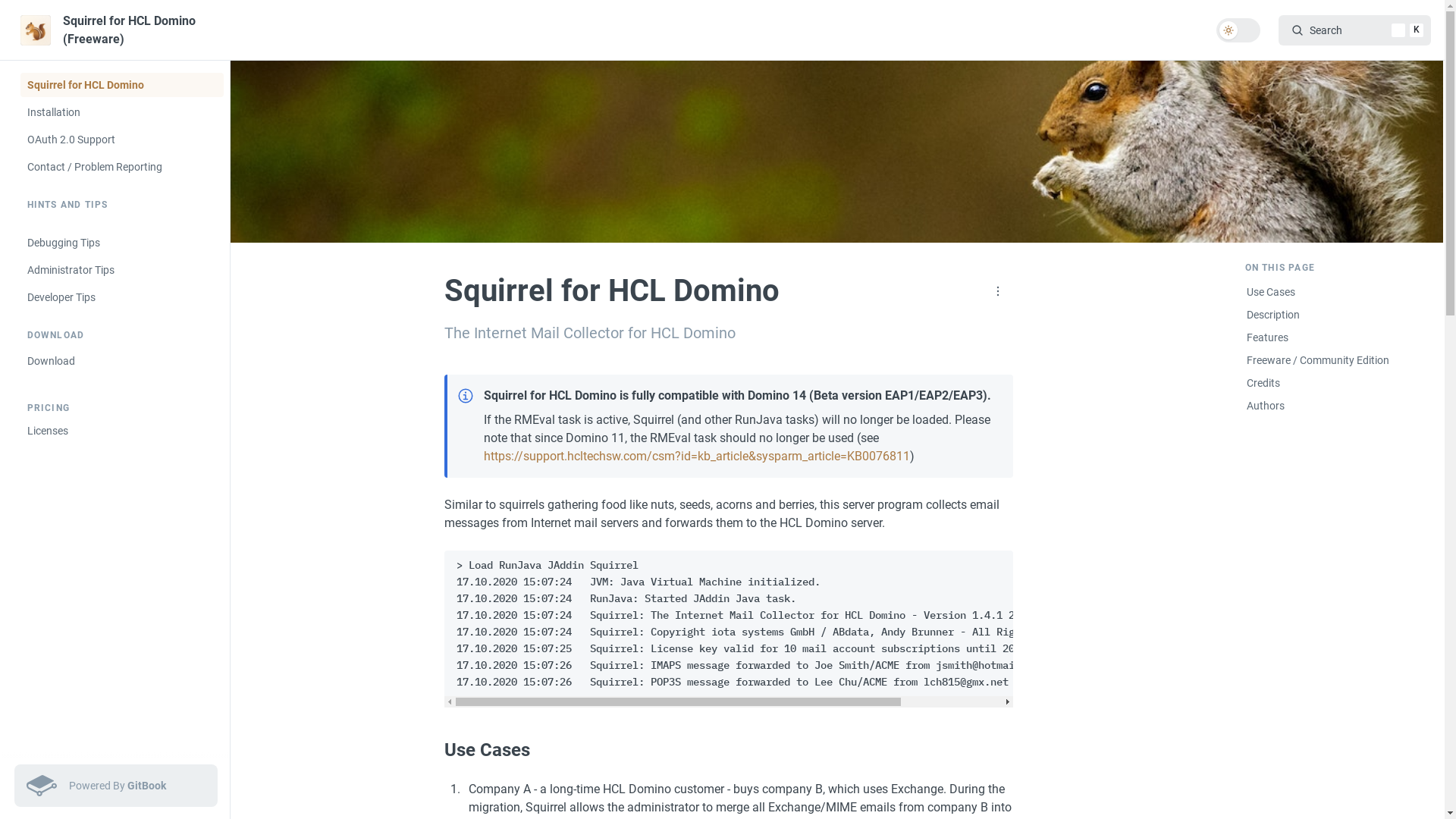  What do you see at coordinates (120, 242) in the screenshot?
I see `'Debugging Tips'` at bounding box center [120, 242].